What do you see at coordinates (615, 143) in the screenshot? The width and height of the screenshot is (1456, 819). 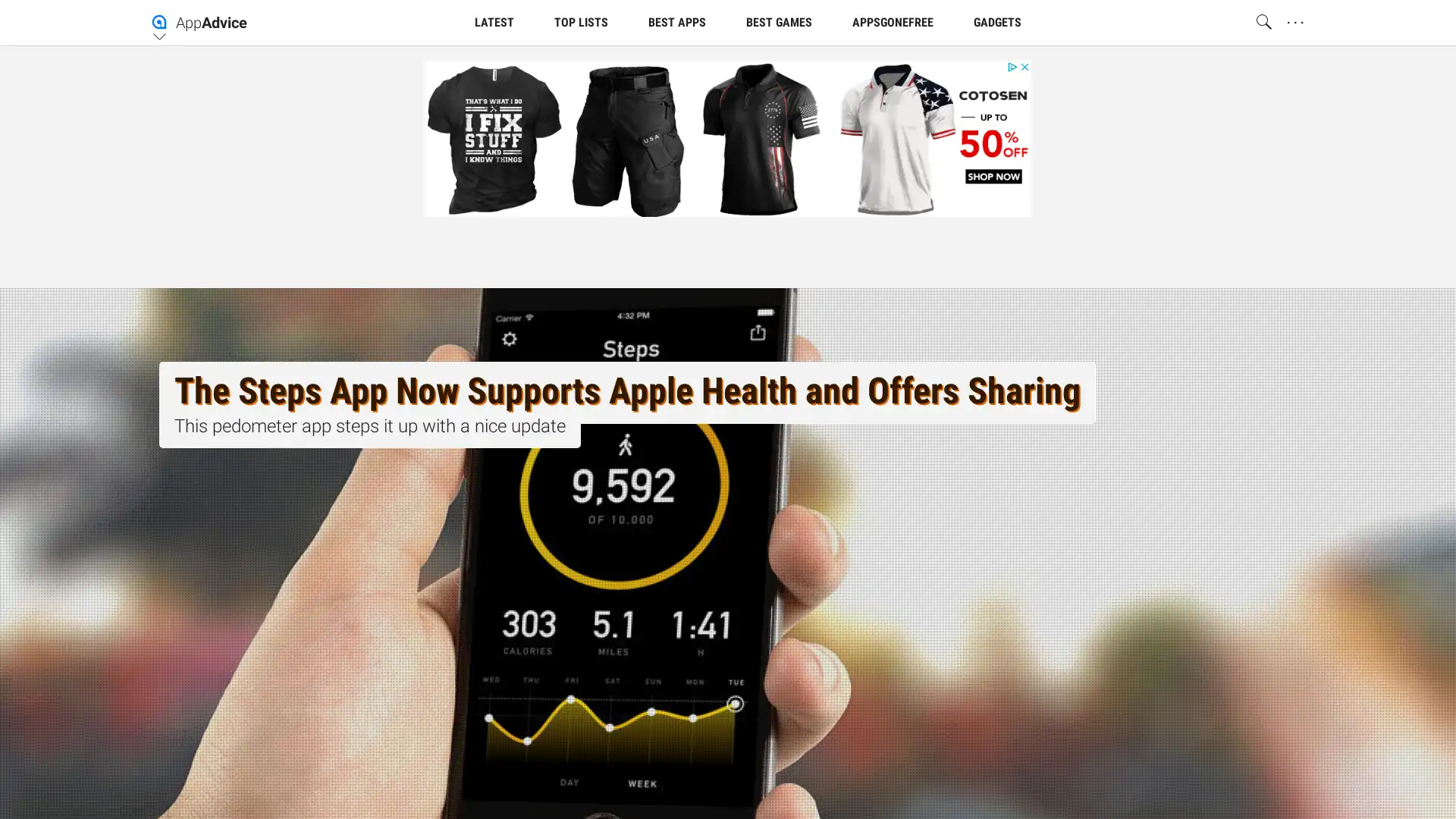 I see `Collections` at bounding box center [615, 143].